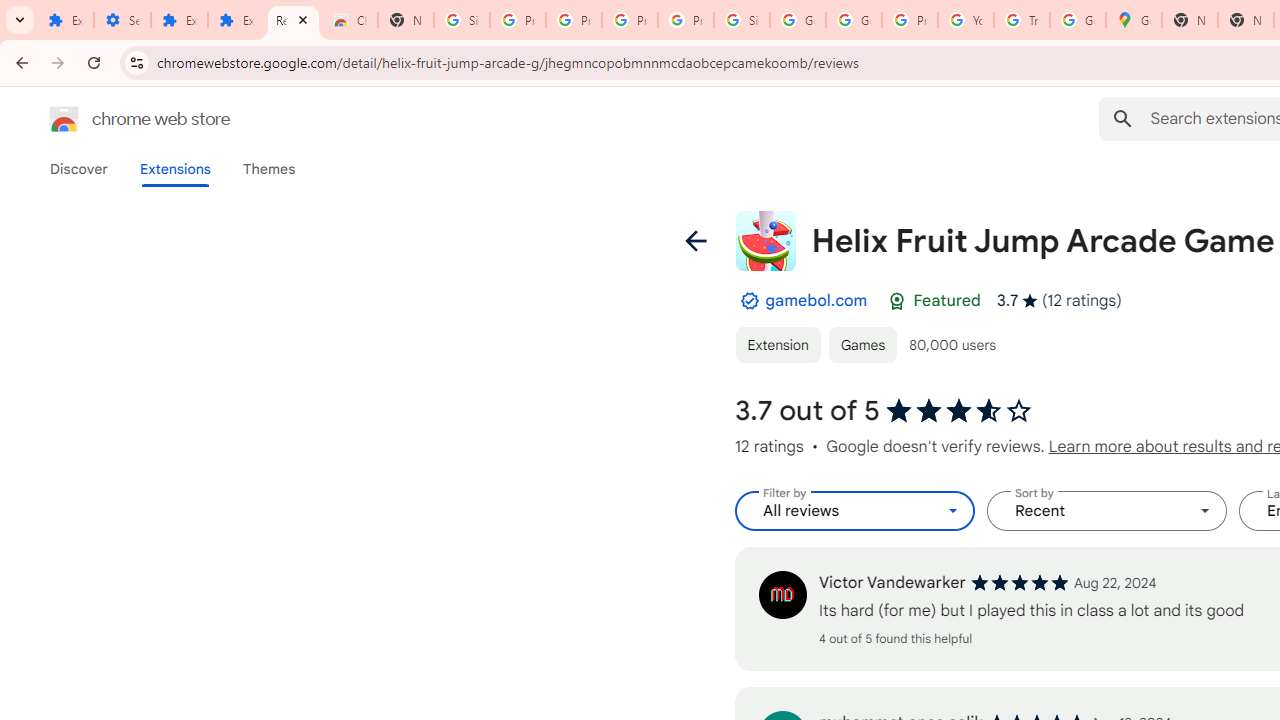  What do you see at coordinates (268, 168) in the screenshot?
I see `'Themes'` at bounding box center [268, 168].